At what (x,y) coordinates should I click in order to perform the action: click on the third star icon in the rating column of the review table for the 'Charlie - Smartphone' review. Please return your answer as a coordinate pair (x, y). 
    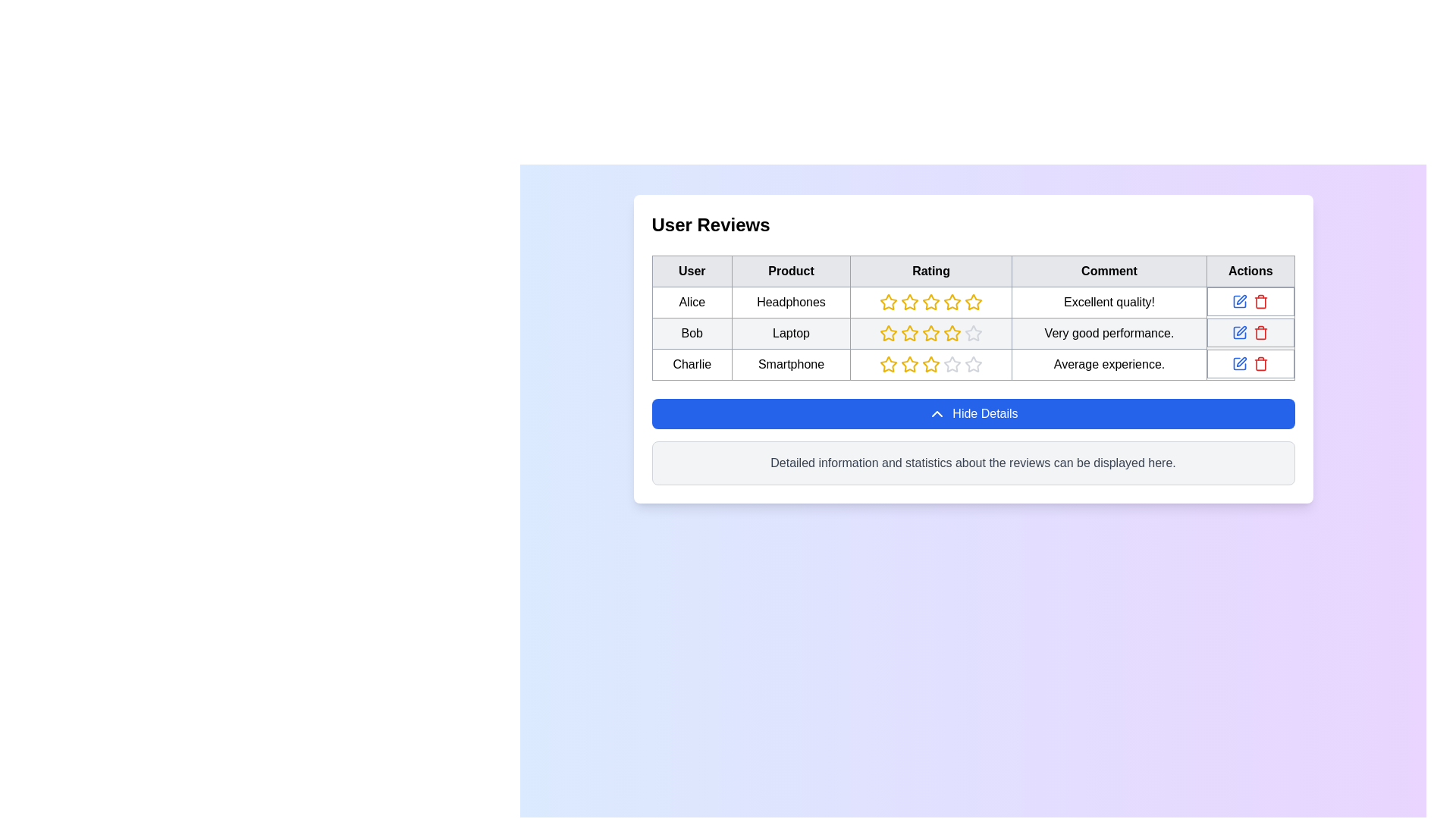
    Looking at the image, I should click on (952, 364).